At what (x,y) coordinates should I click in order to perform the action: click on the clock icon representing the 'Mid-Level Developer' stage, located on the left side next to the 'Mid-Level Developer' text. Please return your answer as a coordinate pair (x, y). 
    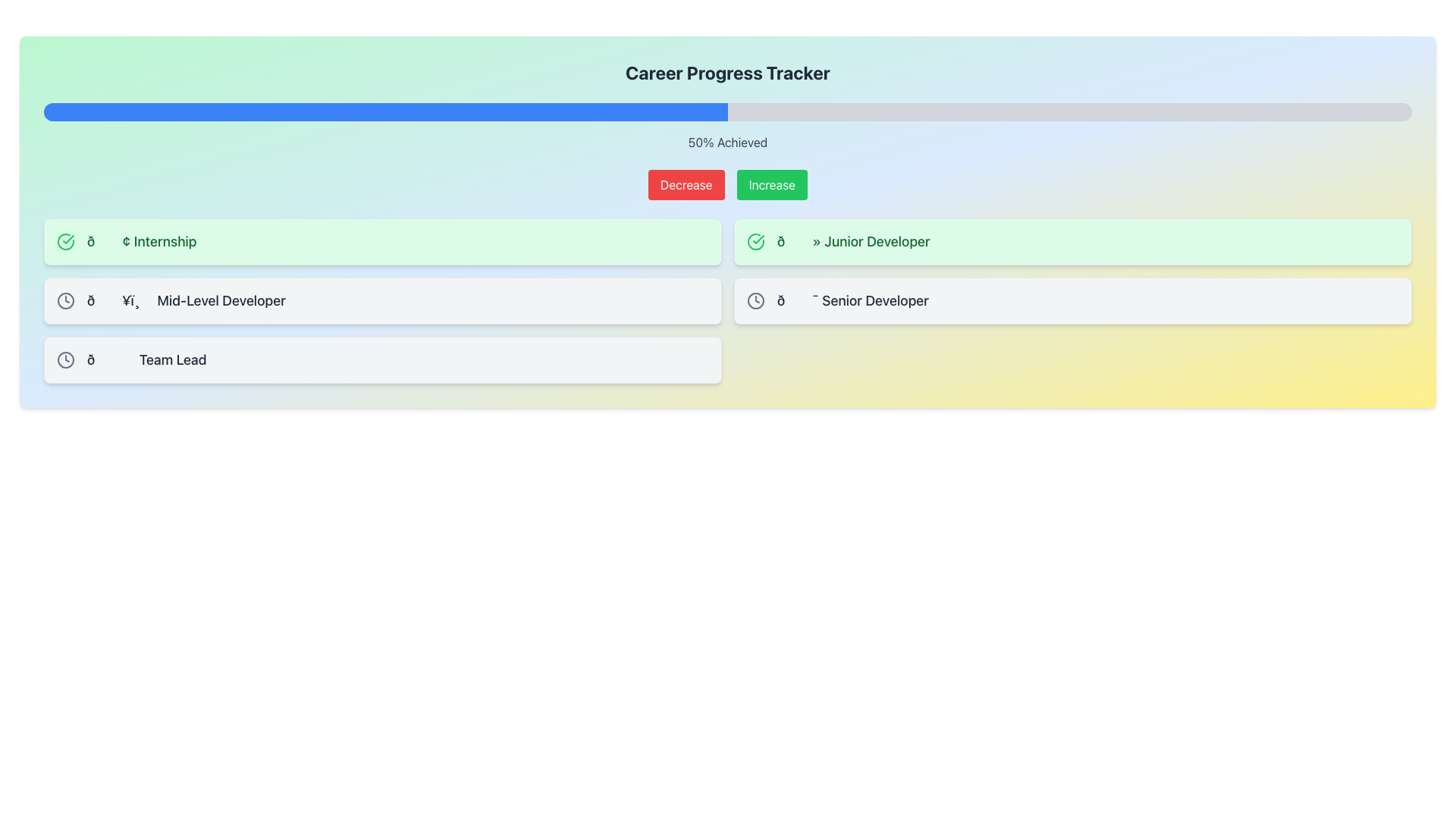
    Looking at the image, I should click on (64, 301).